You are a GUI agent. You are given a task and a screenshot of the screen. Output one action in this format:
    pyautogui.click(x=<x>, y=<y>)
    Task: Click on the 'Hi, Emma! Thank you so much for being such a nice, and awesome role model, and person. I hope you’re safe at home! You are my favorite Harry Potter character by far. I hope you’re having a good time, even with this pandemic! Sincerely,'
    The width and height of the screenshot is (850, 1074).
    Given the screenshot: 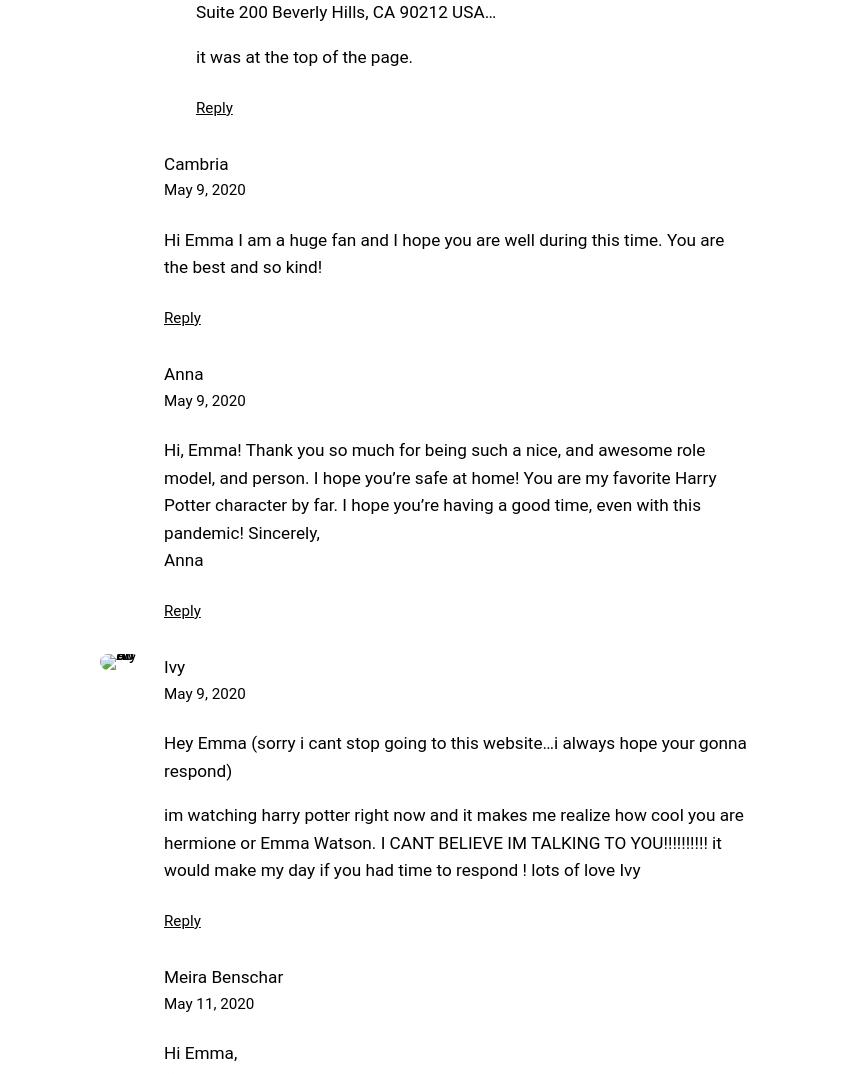 What is the action you would take?
    pyautogui.click(x=438, y=491)
    